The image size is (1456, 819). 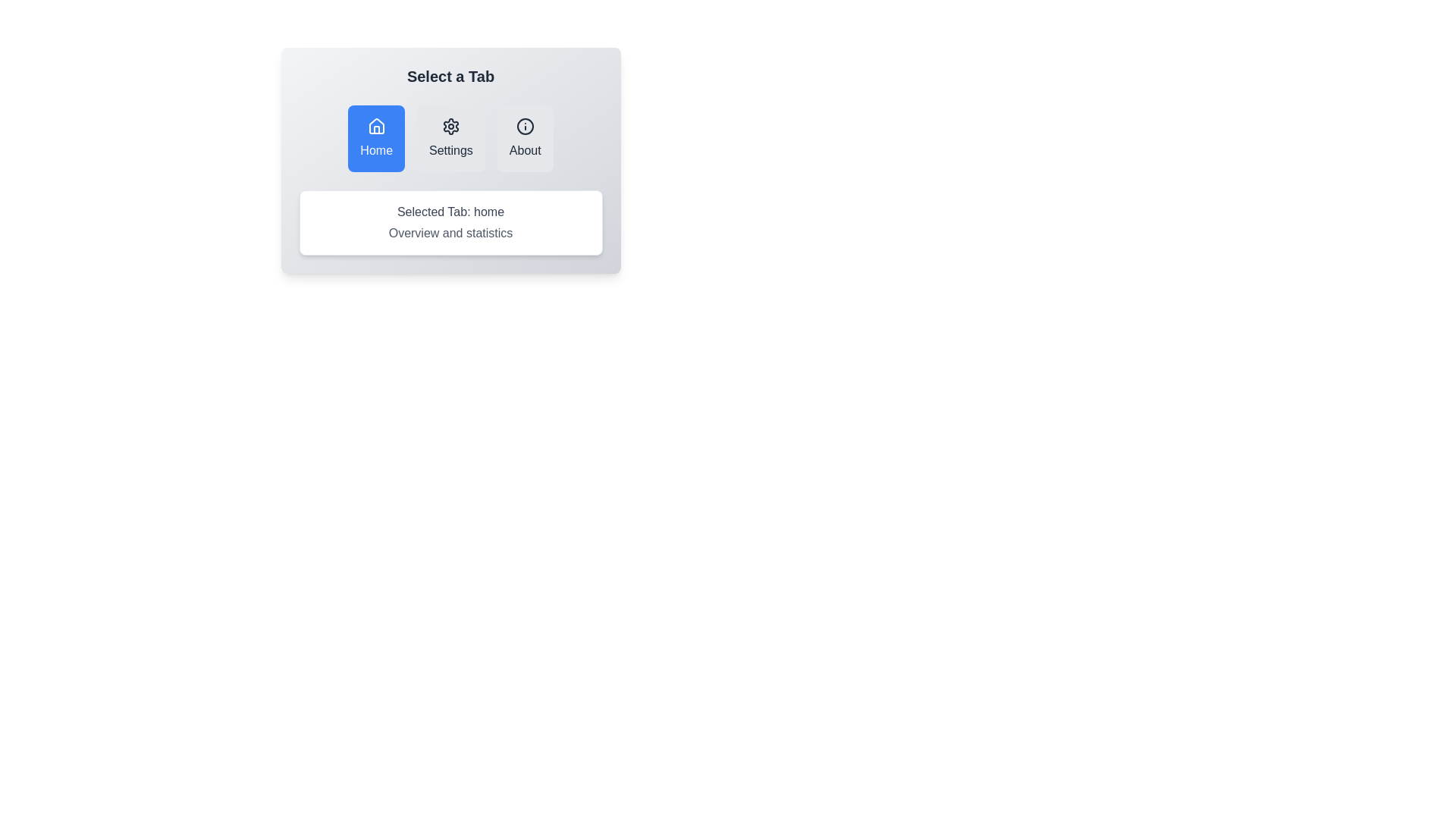 What do you see at coordinates (376, 138) in the screenshot?
I see `the tab labeled Home to observe its hover effect` at bounding box center [376, 138].